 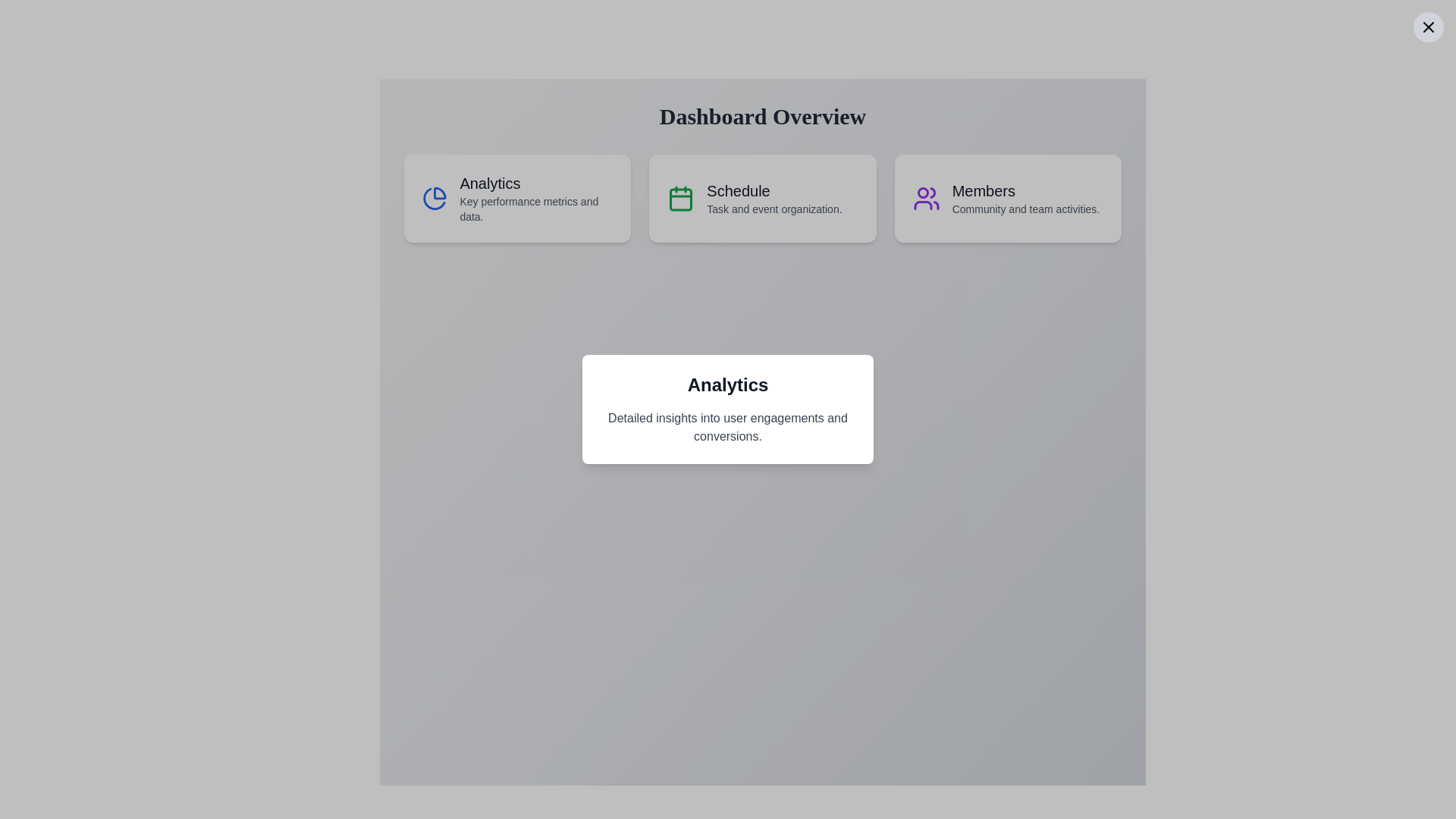 I want to click on the close button located in the top-right corner of the interface, which is associated with the dismiss action for the Analytics card, to change its background color, so click(x=1427, y=27).